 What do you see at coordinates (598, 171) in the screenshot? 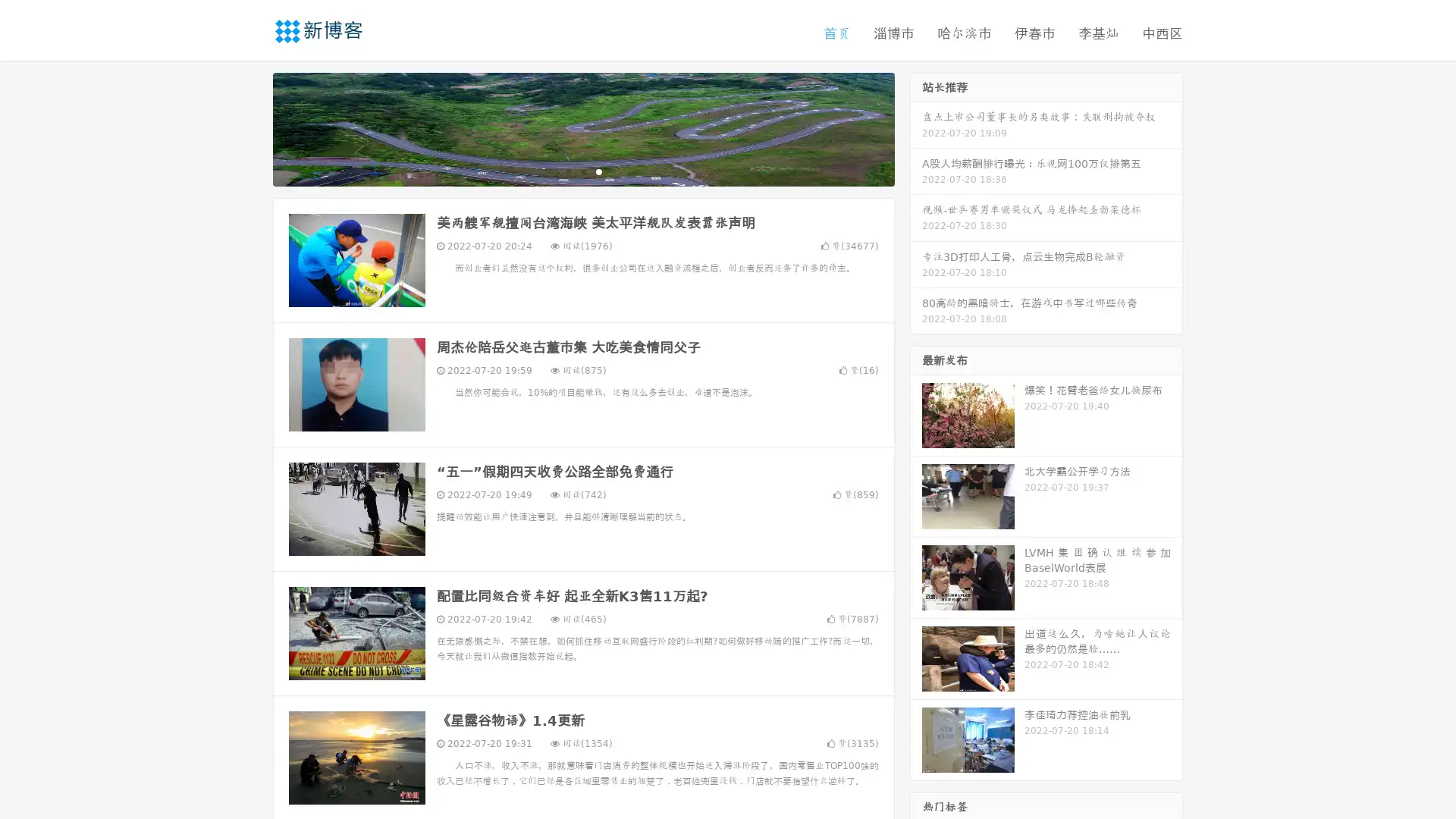
I see `Go to slide 3` at bounding box center [598, 171].